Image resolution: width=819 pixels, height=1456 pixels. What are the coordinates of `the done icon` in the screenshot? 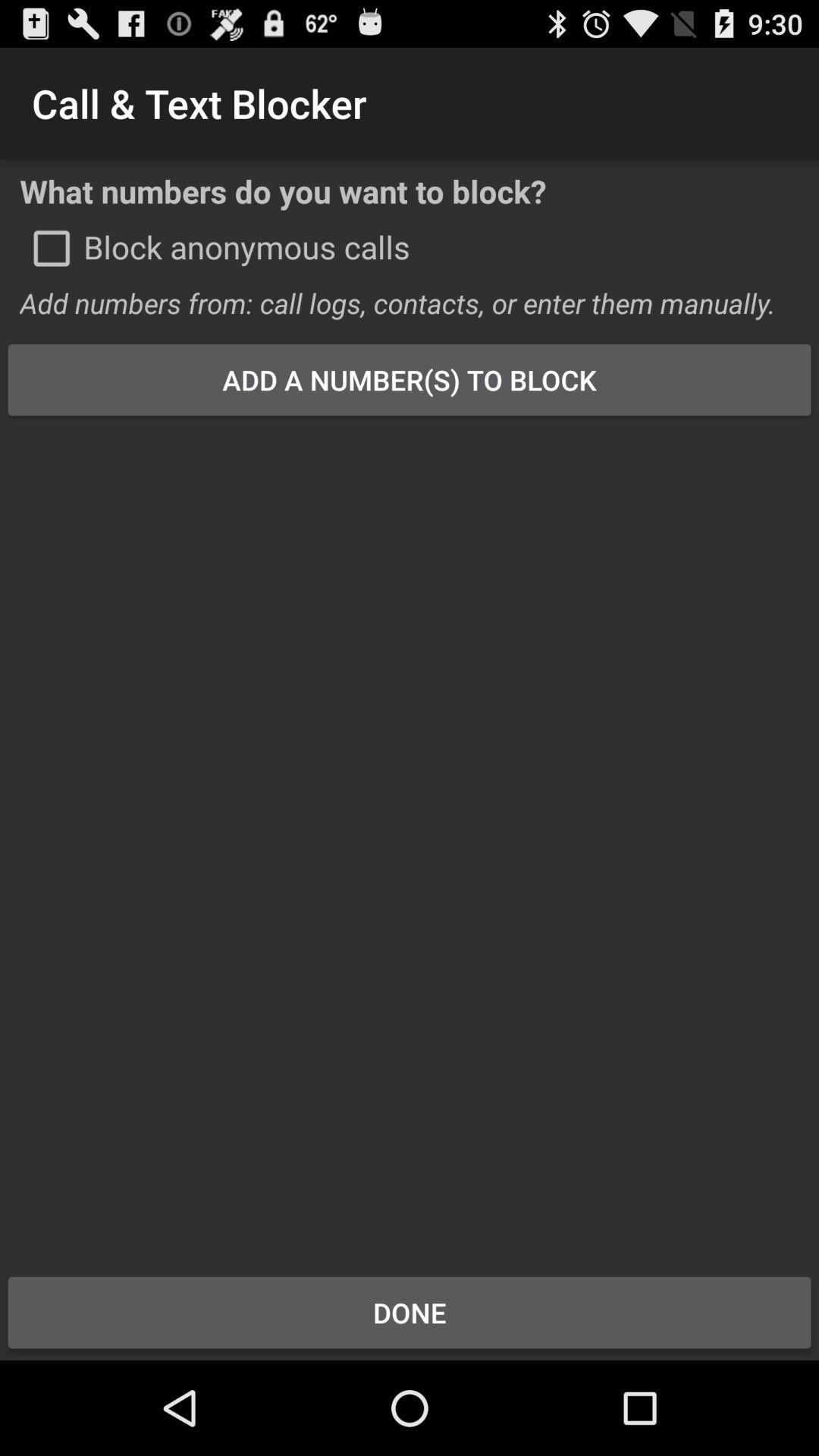 It's located at (409, 1312).